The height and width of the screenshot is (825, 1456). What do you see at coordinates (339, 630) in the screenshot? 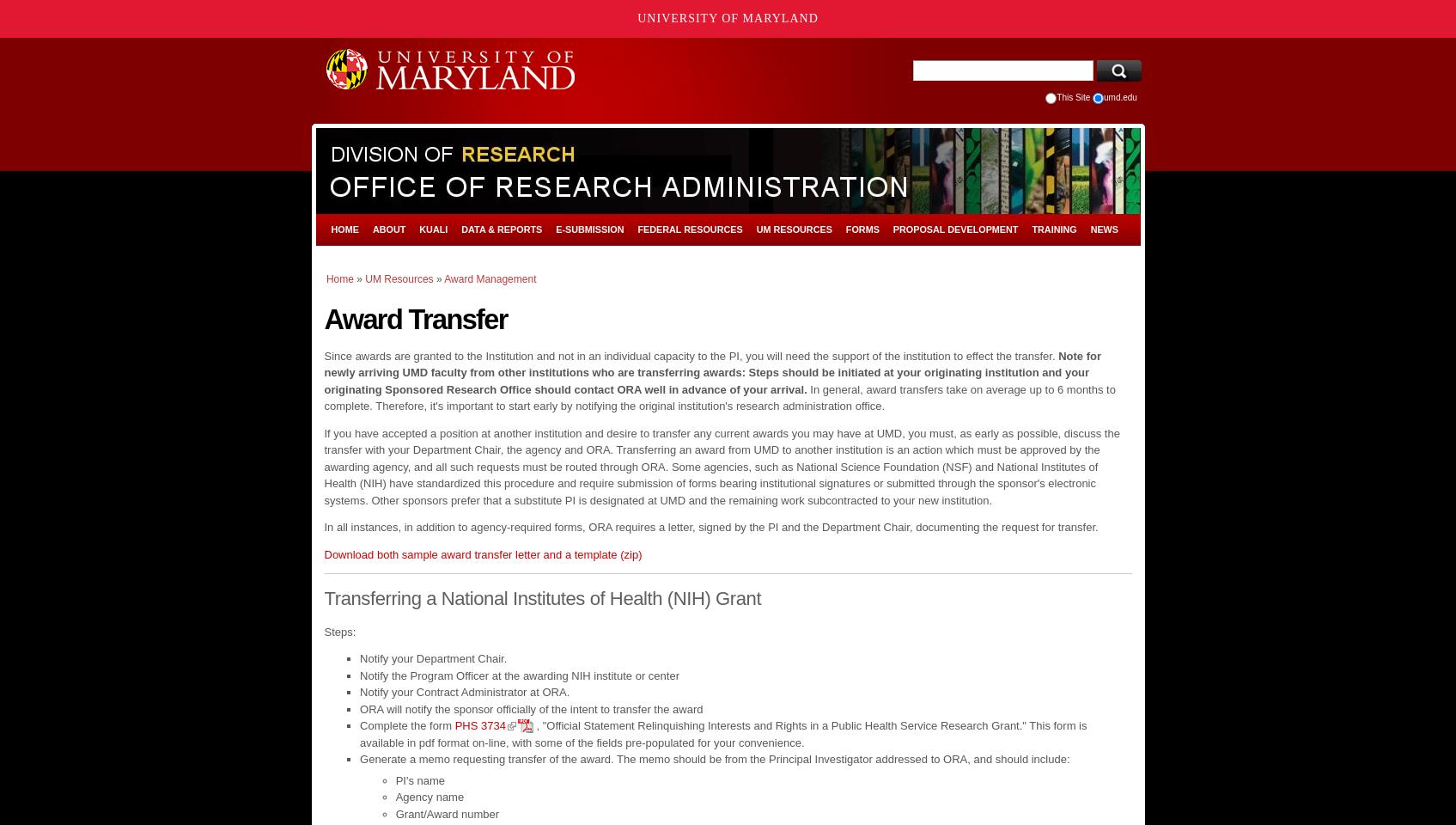
I see `'Steps:'` at bounding box center [339, 630].